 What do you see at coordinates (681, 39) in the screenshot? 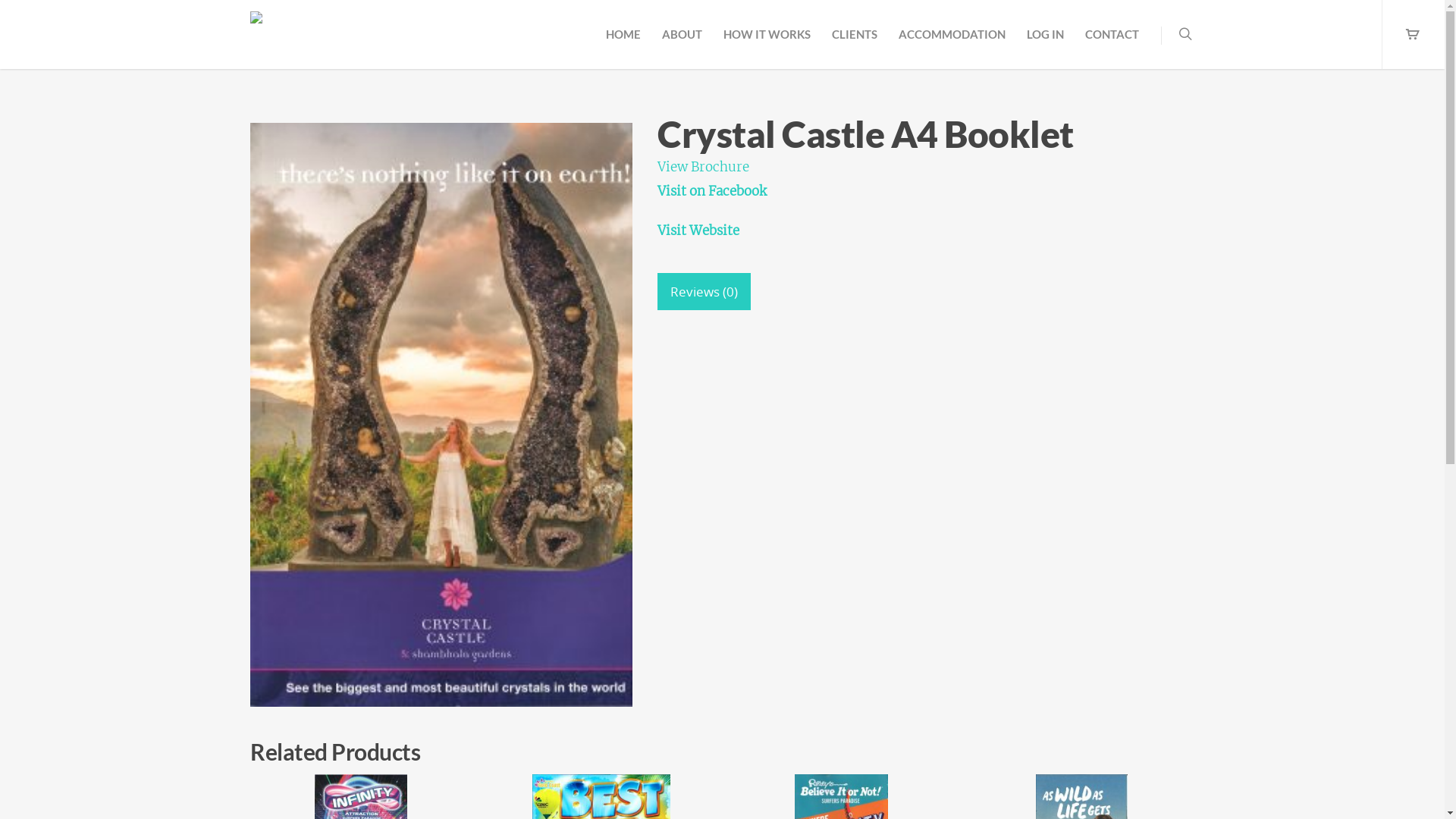
I see `'ABOUT'` at bounding box center [681, 39].